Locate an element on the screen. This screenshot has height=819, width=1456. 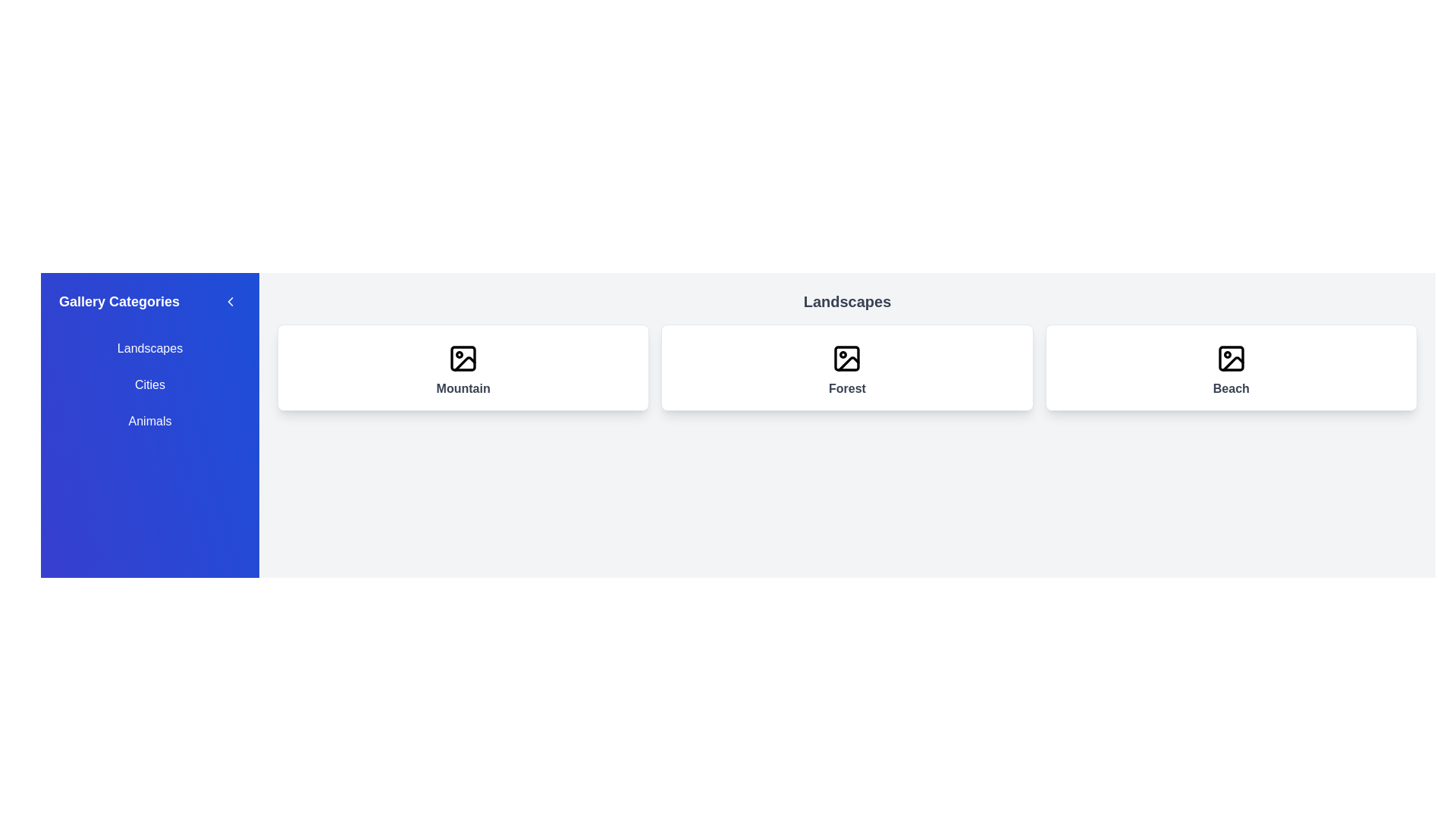
the 'Beach' text label located at the bottom-central area of the card, which serves as a descriptive label for the card's content is located at coordinates (1231, 388).